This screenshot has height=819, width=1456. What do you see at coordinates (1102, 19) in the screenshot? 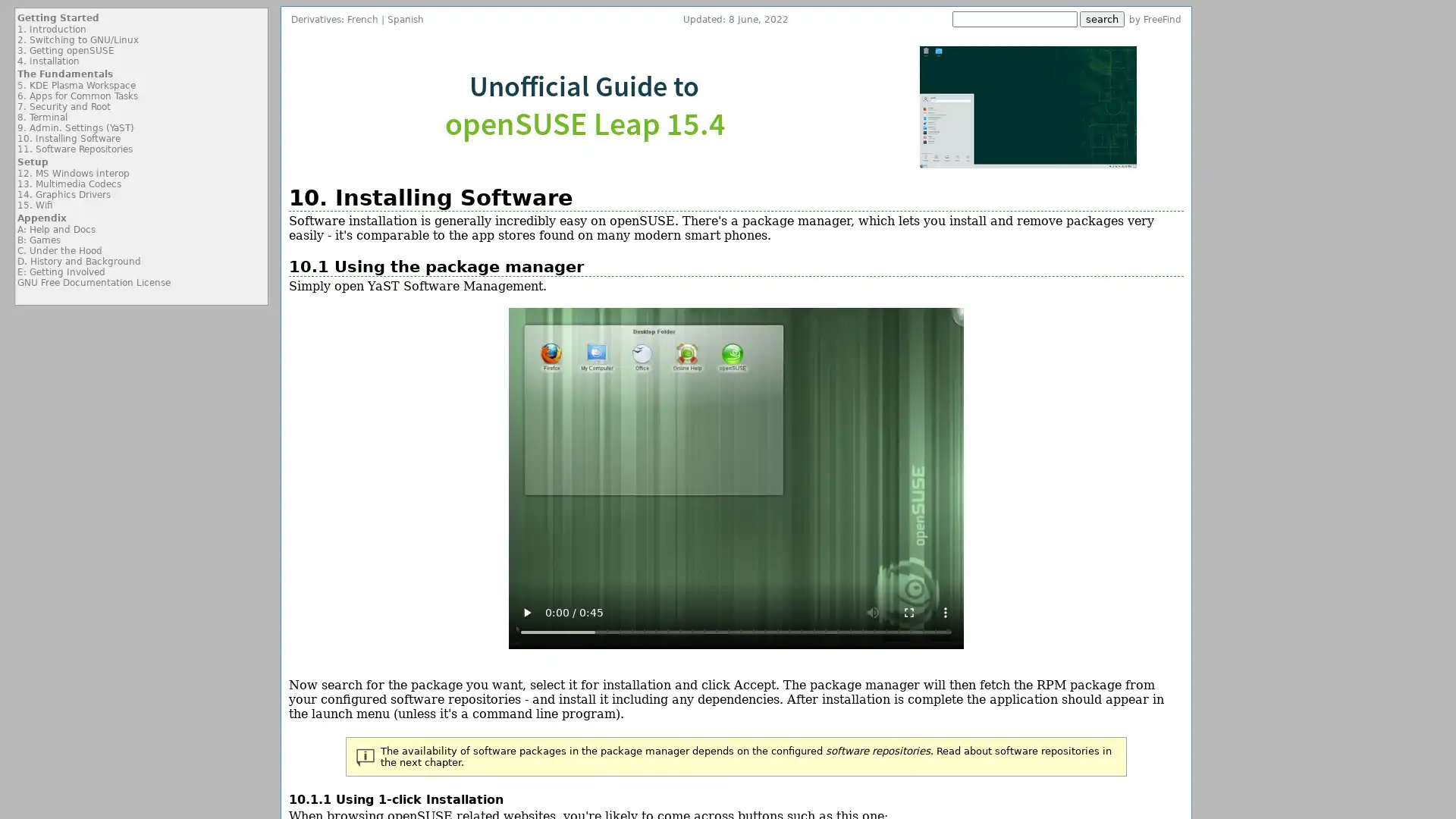
I see `search` at bounding box center [1102, 19].